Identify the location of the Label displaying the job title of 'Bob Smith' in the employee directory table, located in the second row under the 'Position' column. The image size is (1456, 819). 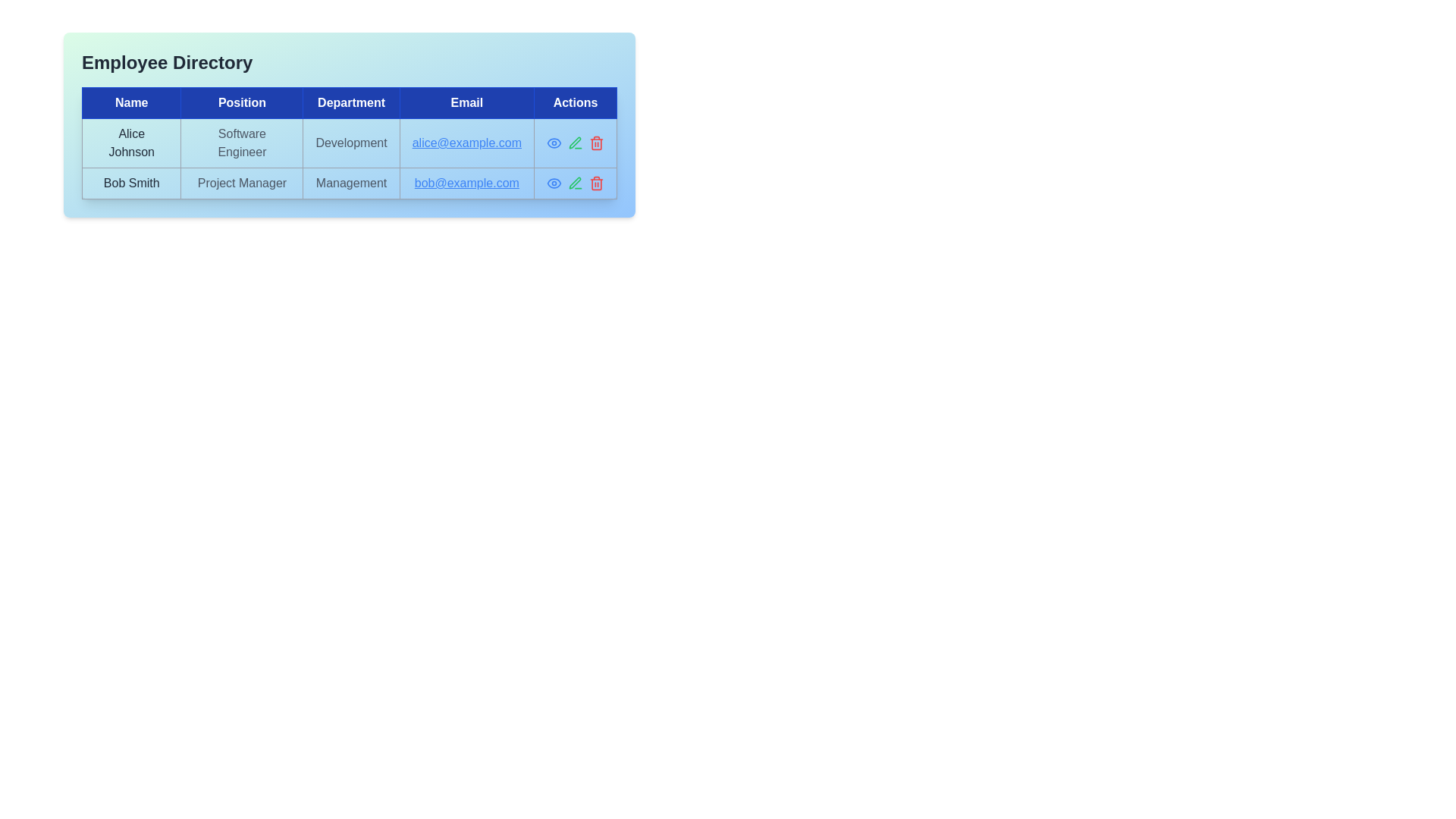
(241, 183).